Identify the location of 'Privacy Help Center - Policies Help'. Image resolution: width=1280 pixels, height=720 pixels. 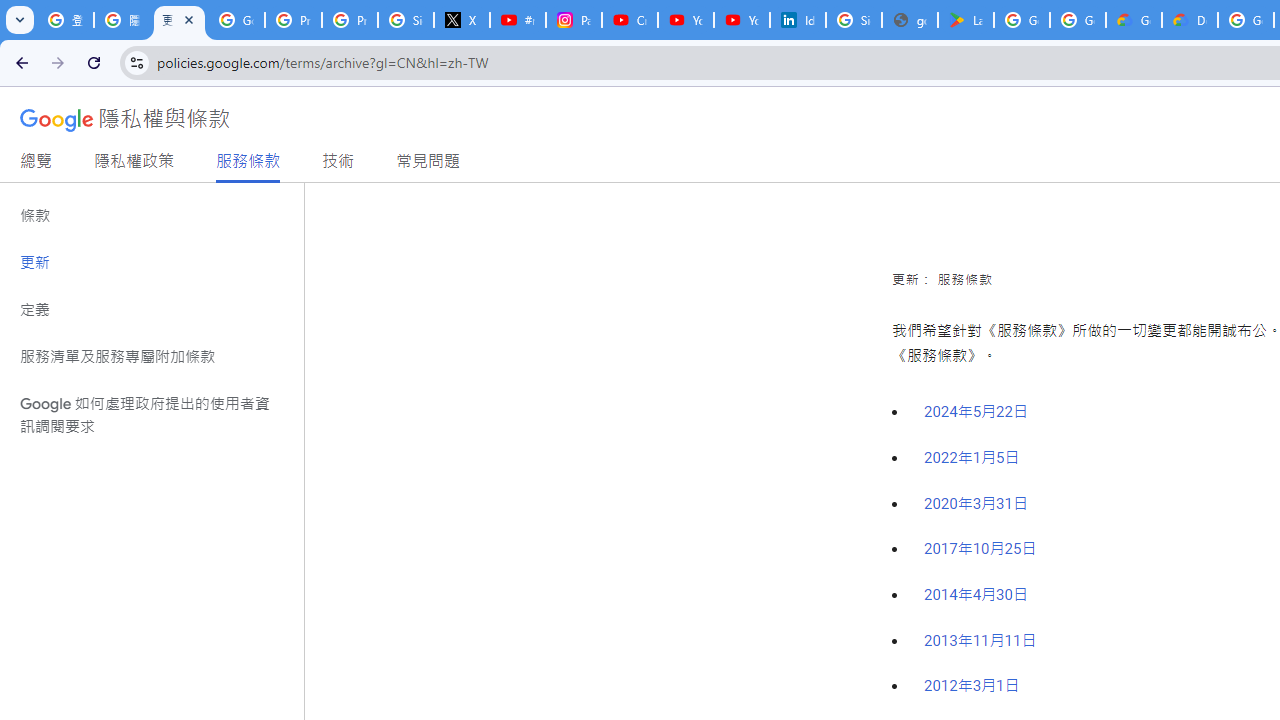
(350, 20).